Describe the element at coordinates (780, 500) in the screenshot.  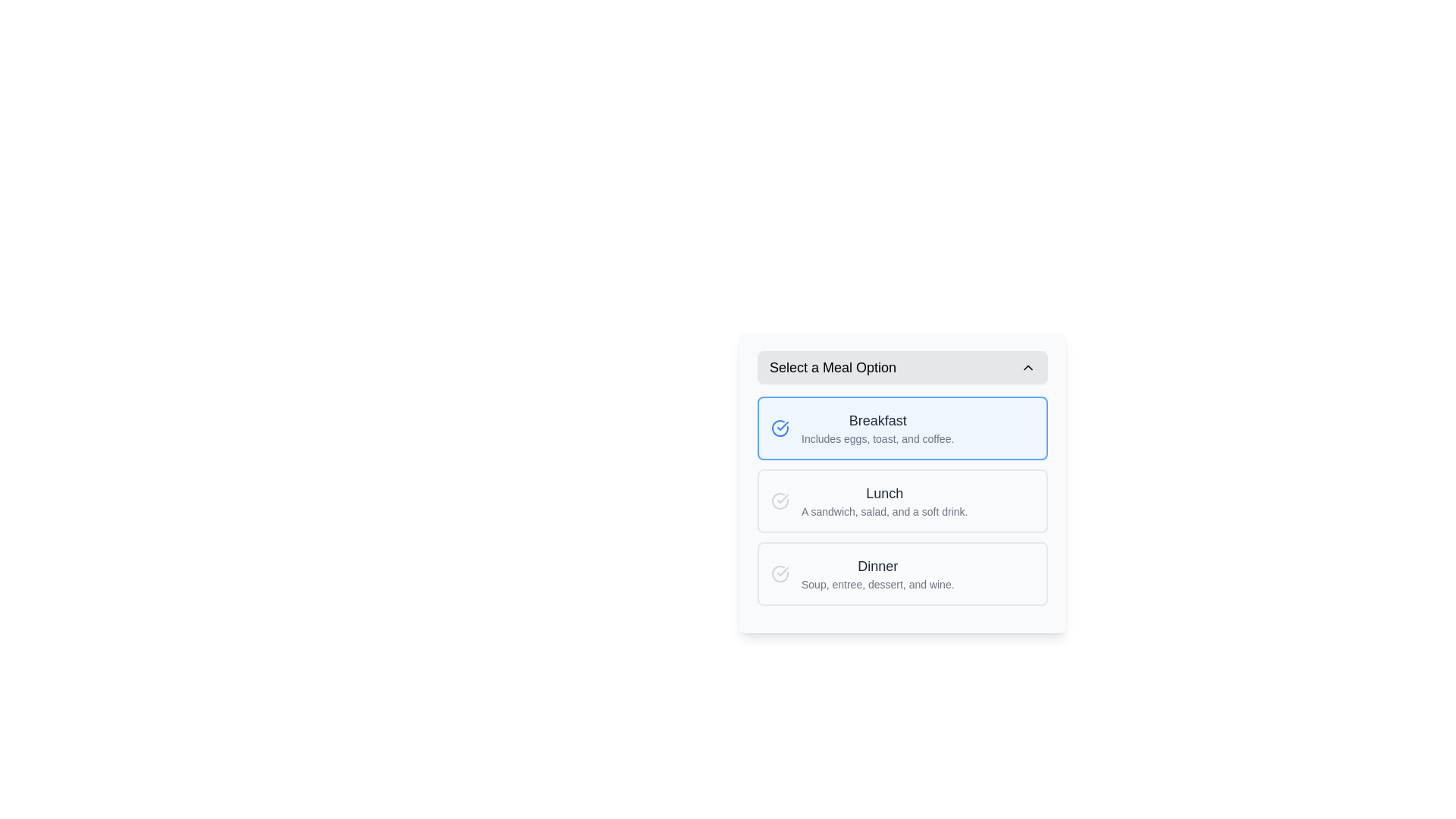
I see `the Checkbox-like SVG icon` at that location.